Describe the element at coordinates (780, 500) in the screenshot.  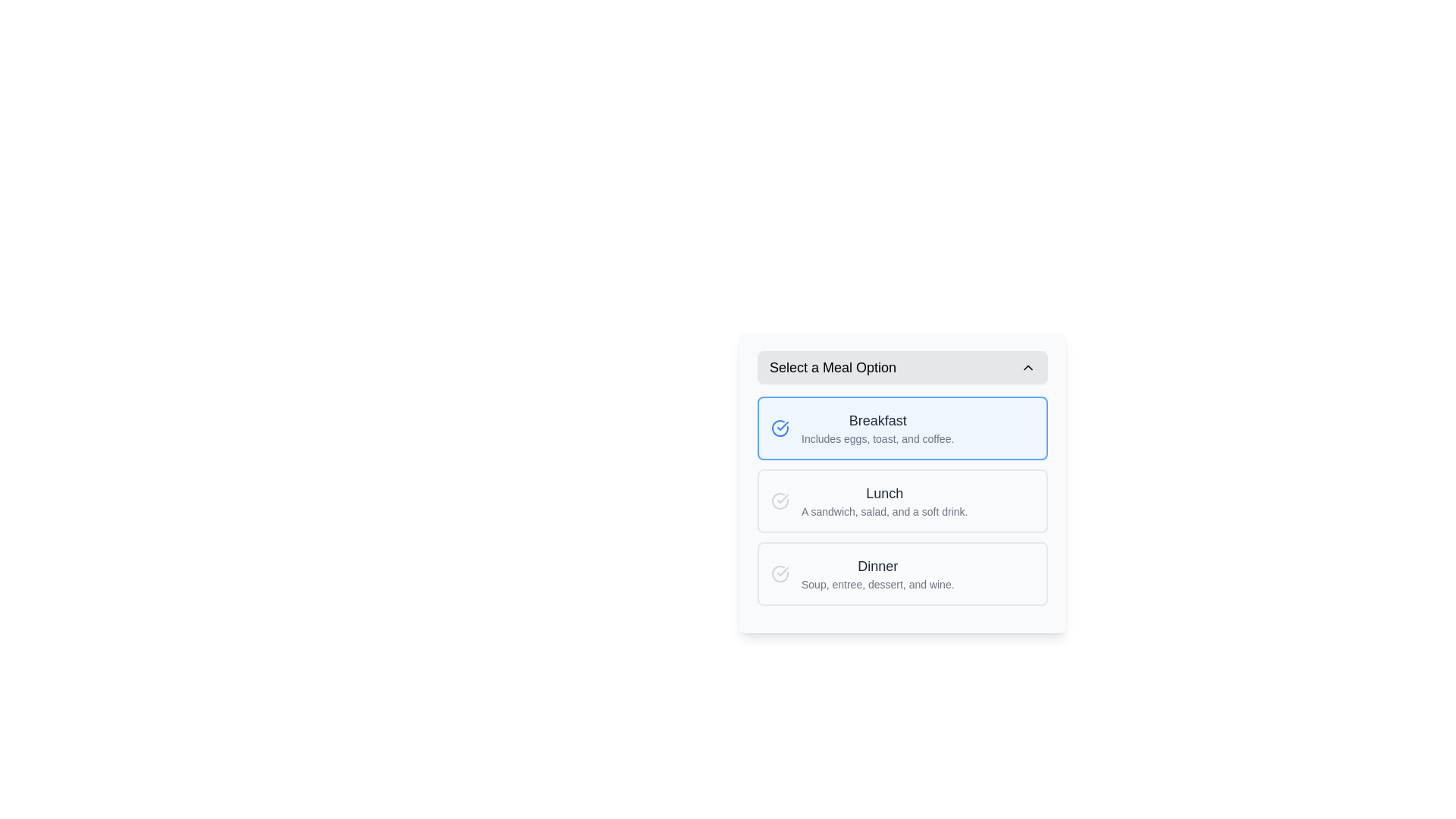
I see `the Checkbox-like SVG icon` at that location.